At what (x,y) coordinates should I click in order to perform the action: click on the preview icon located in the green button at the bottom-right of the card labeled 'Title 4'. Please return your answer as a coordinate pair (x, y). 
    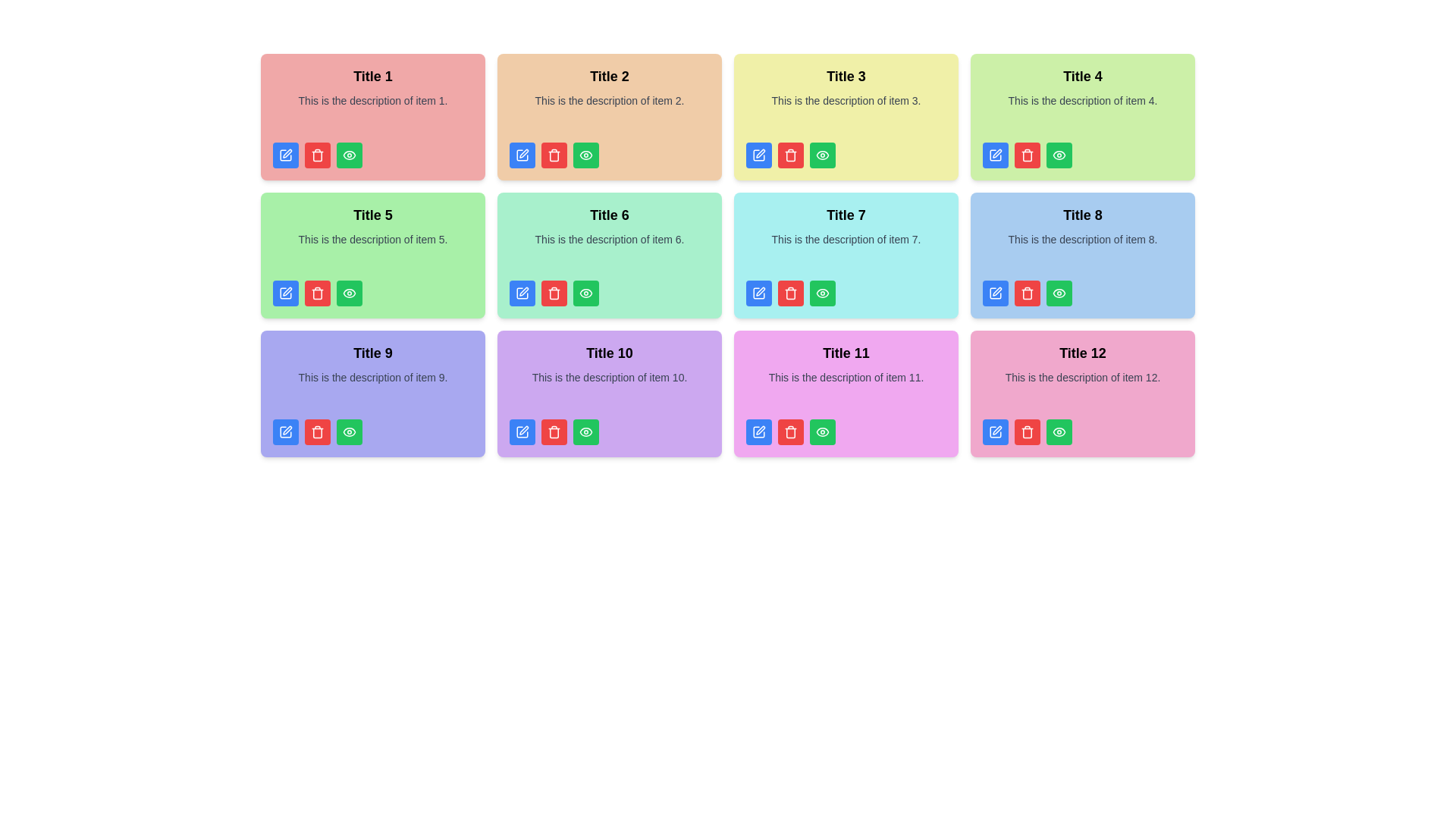
    Looking at the image, I should click on (1058, 155).